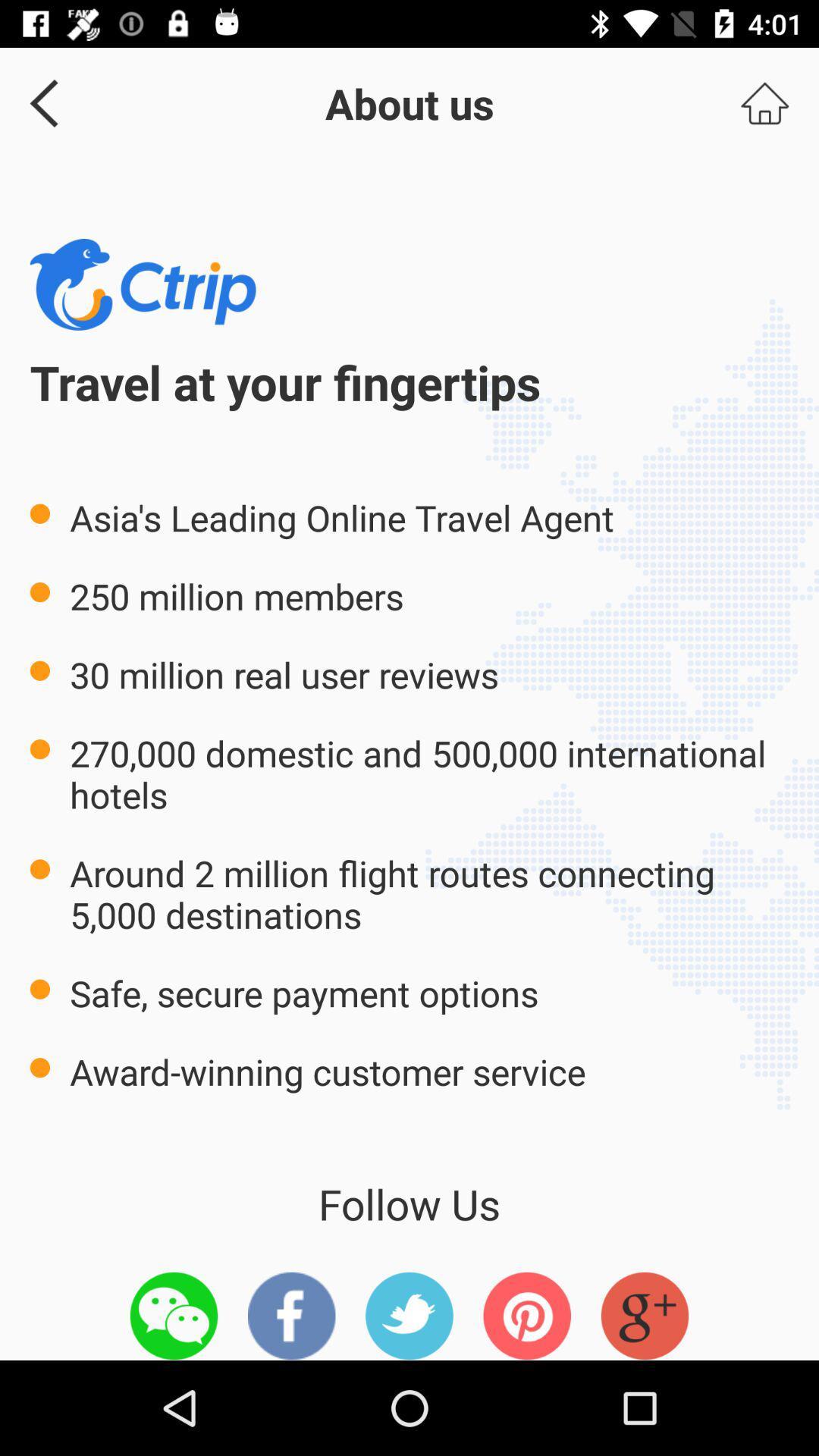  Describe the element at coordinates (173, 1315) in the screenshot. I see `open messages` at that location.